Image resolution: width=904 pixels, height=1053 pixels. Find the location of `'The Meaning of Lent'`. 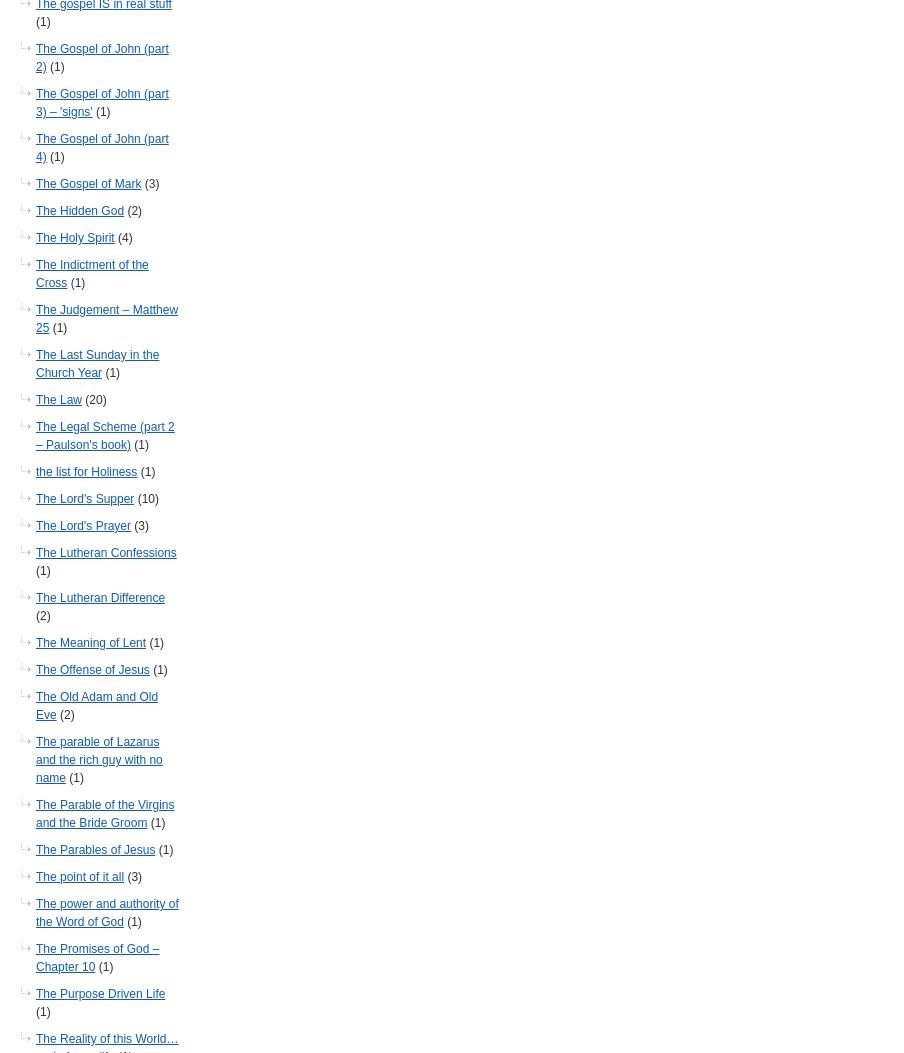

'The Meaning of Lent' is located at coordinates (91, 641).